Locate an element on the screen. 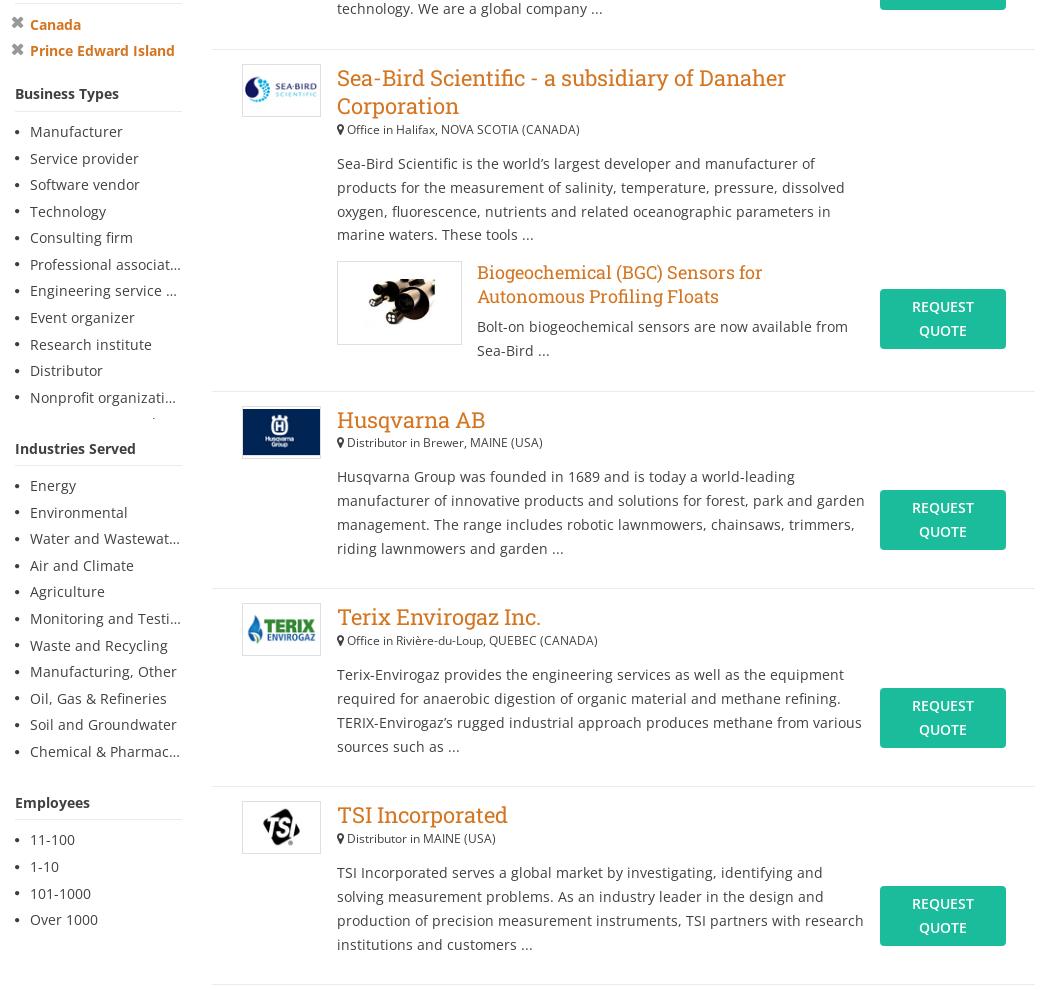 The image size is (1050, 990). '2' is located at coordinates (564, 294).